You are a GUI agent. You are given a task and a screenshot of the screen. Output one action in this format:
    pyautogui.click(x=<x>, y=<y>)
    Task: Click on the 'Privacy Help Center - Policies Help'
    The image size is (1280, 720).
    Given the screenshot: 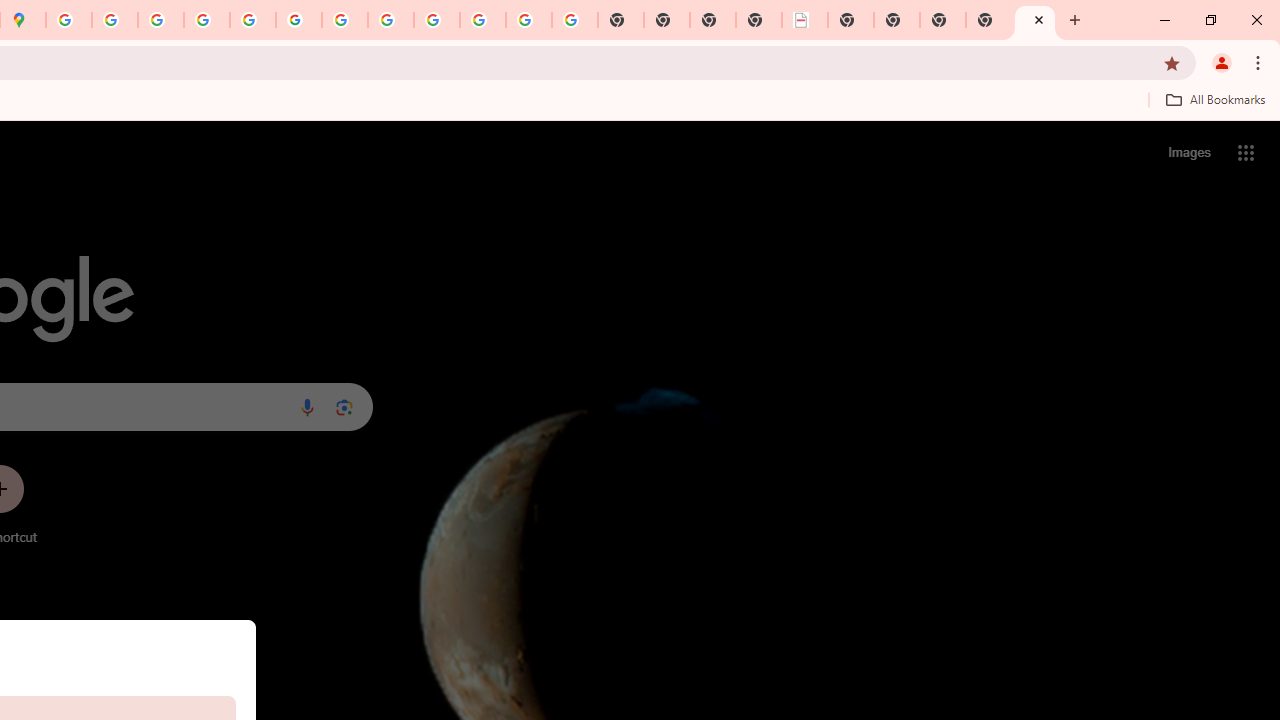 What is the action you would take?
    pyautogui.click(x=207, y=20)
    